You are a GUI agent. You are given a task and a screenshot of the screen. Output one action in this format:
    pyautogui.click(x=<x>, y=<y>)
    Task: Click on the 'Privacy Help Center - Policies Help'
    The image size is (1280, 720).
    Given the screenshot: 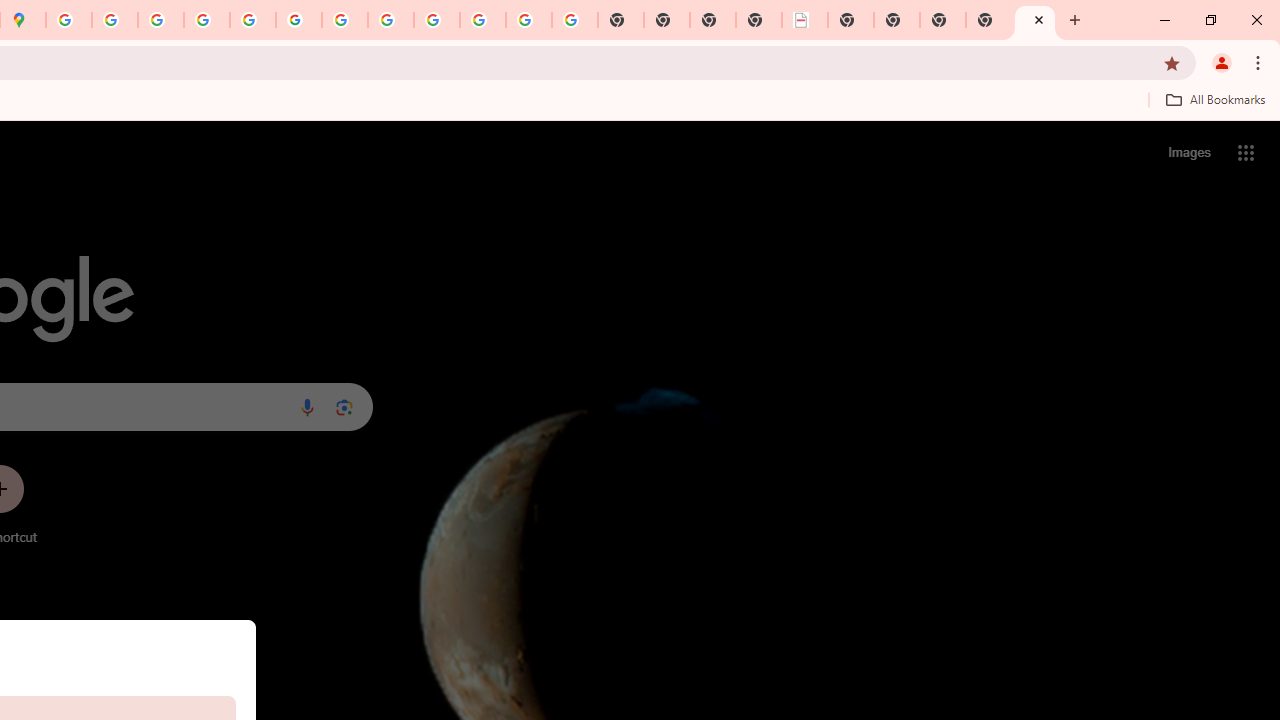 What is the action you would take?
    pyautogui.click(x=207, y=20)
    